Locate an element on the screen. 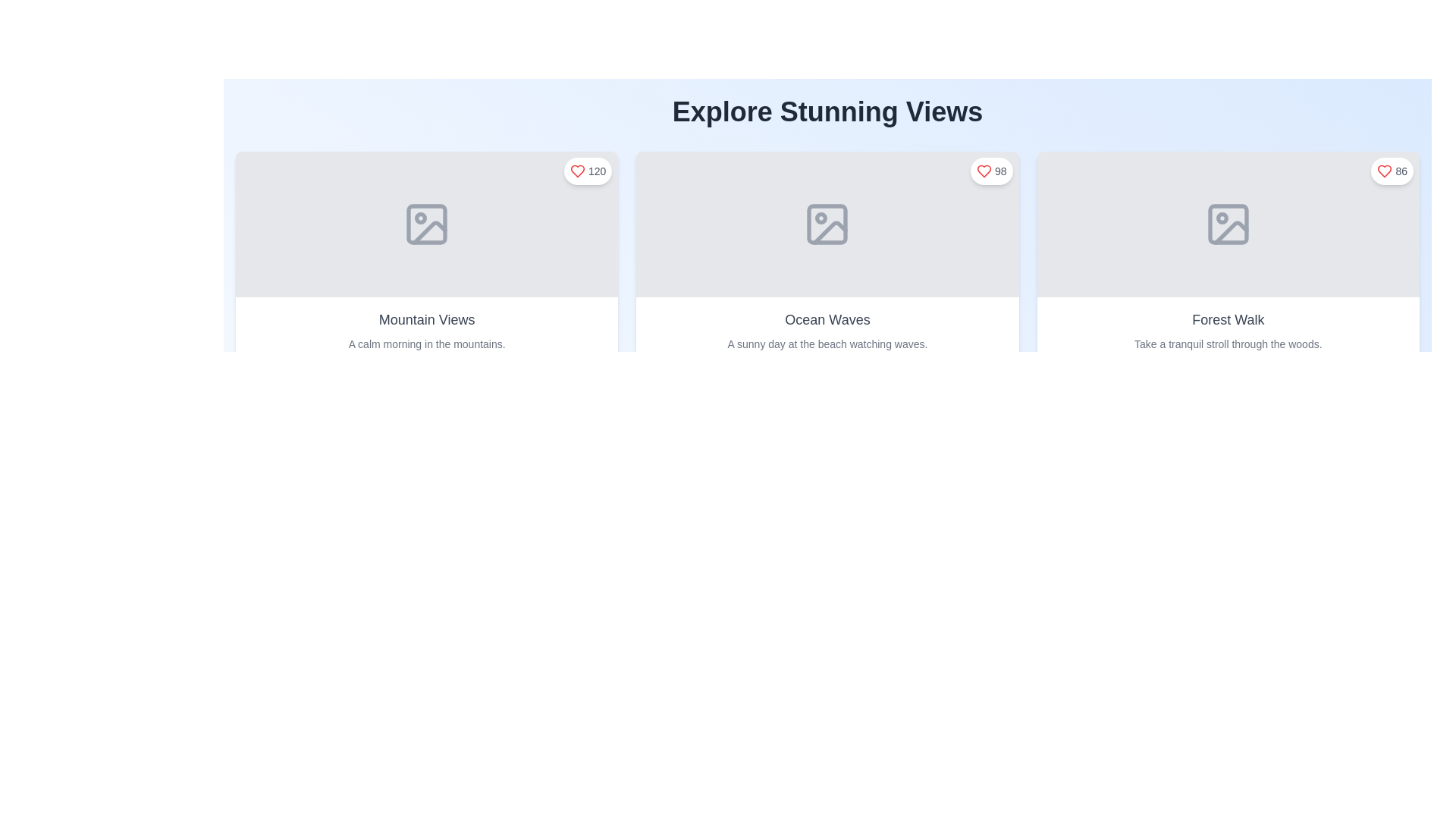 Image resolution: width=1456 pixels, height=819 pixels. the icon located in the center of the third card labeled 'Forest Walk' for possible interactions is located at coordinates (1228, 224).